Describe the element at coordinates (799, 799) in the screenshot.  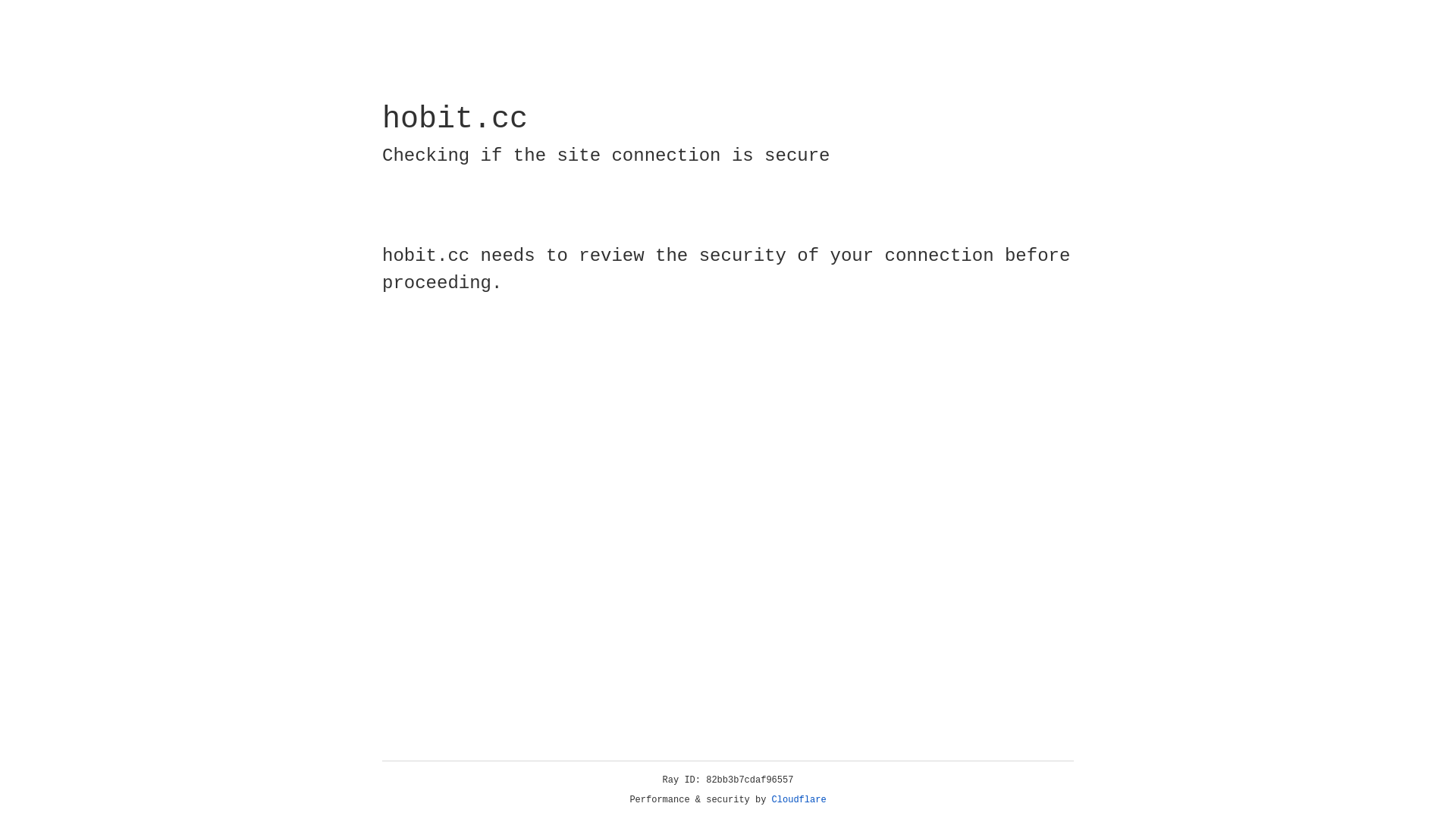
I see `'Cloudflare'` at that location.